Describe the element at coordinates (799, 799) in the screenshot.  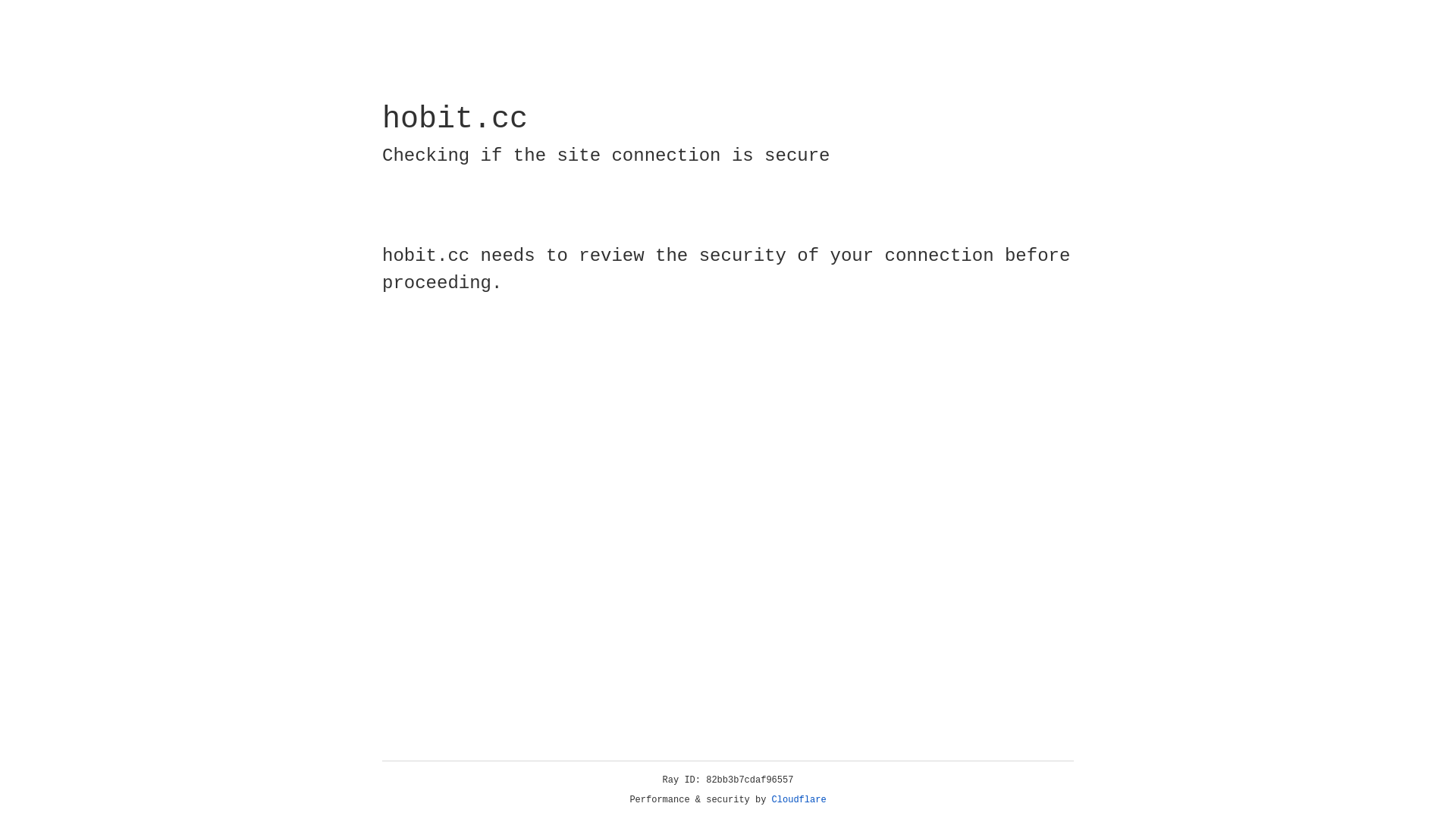
I see `'Cloudflare'` at that location.